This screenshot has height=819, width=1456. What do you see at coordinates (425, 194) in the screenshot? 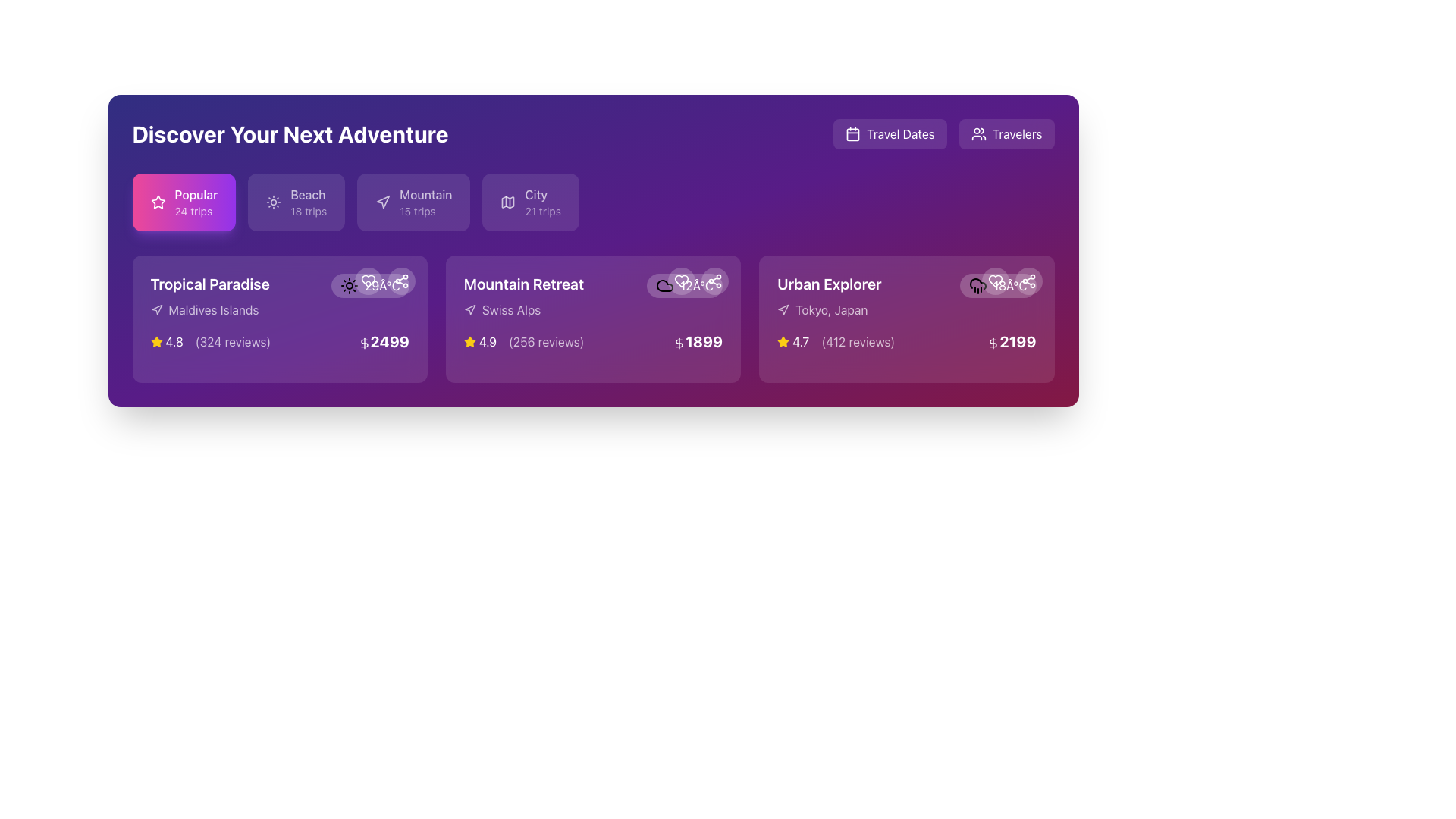
I see `text of the 'Mountain' label, which is the third tab from the left in the category tabs row, styled with a medium font weight and white color against a purple gradient background` at bounding box center [425, 194].